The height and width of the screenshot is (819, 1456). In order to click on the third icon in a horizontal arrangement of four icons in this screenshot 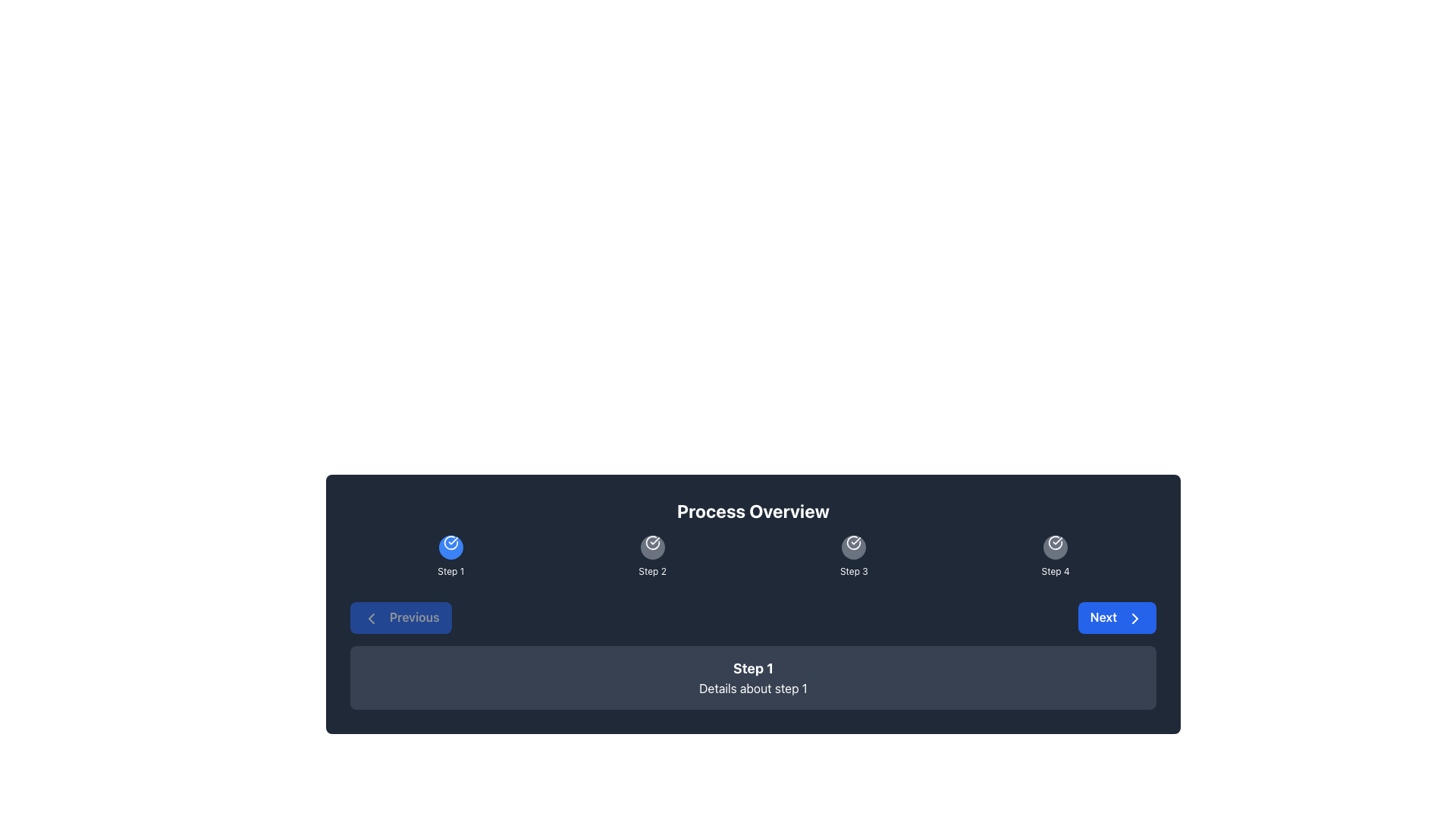, I will do `click(854, 542)`.